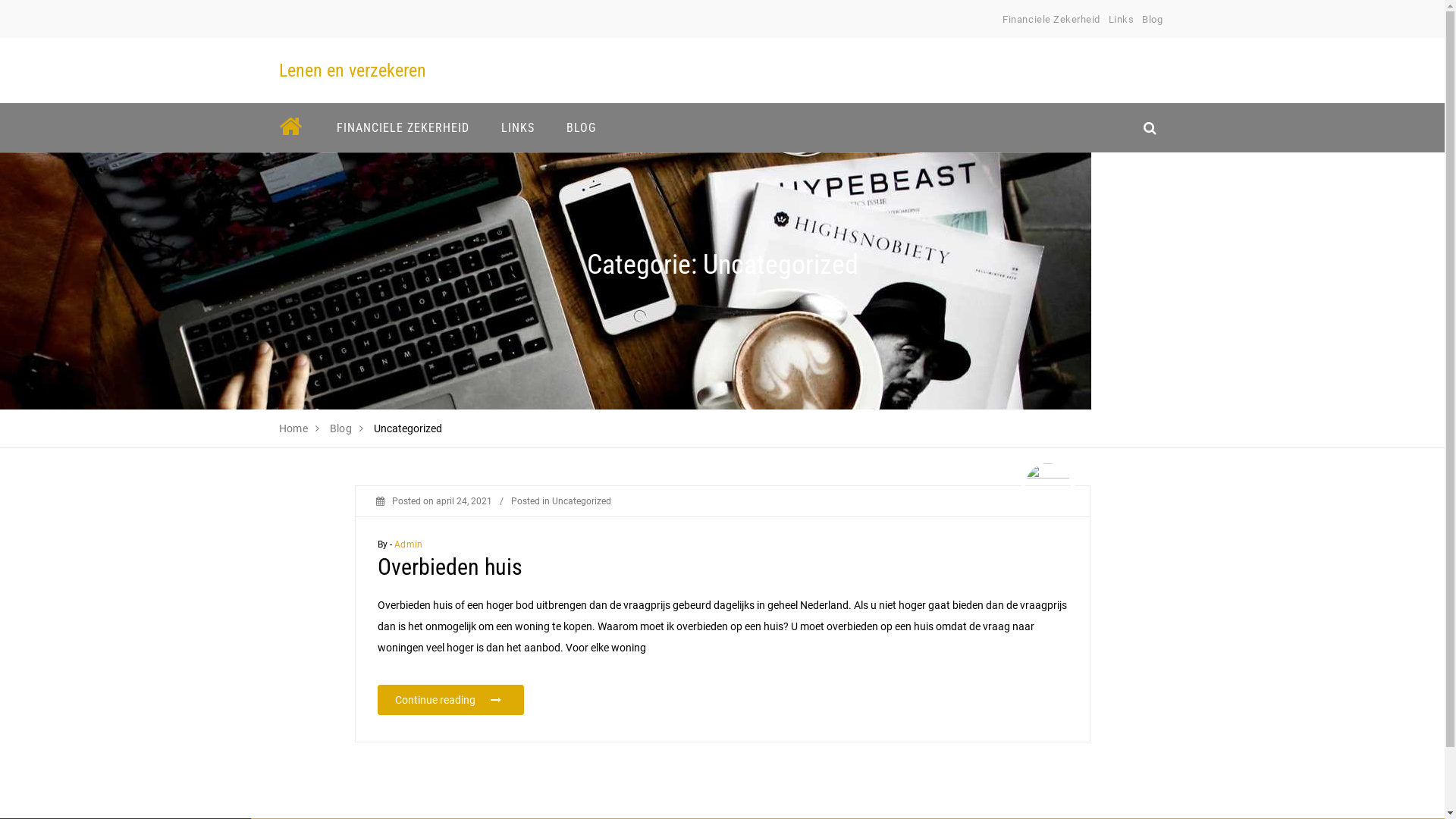 The height and width of the screenshot is (819, 1456). I want to click on 'Admin', so click(408, 543).